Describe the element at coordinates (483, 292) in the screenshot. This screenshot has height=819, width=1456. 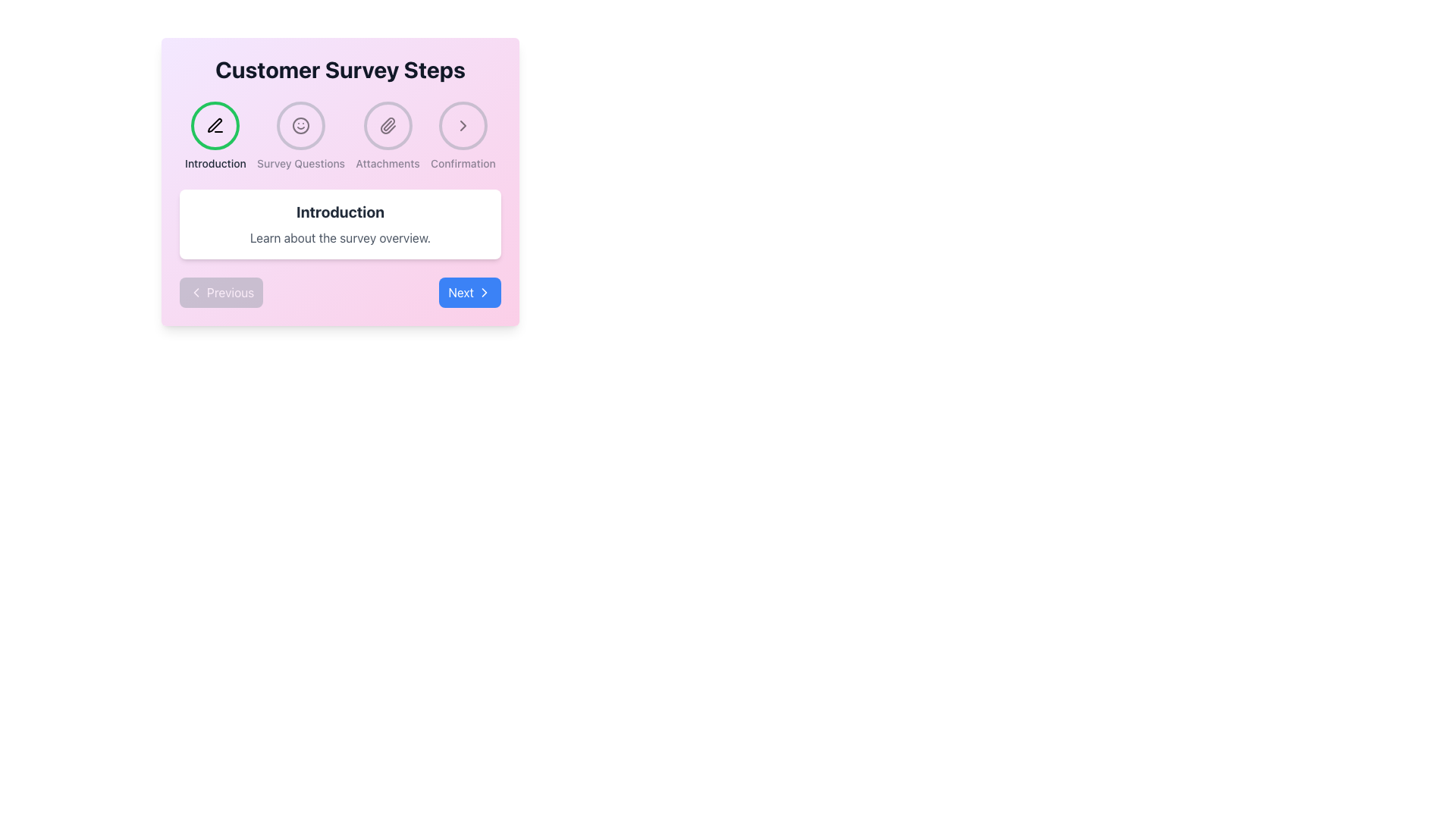
I see `the 'Next' button located in the bottom-right corner of the interface, which contains a right-facing chevron arrow rendered in an outlined style` at that location.